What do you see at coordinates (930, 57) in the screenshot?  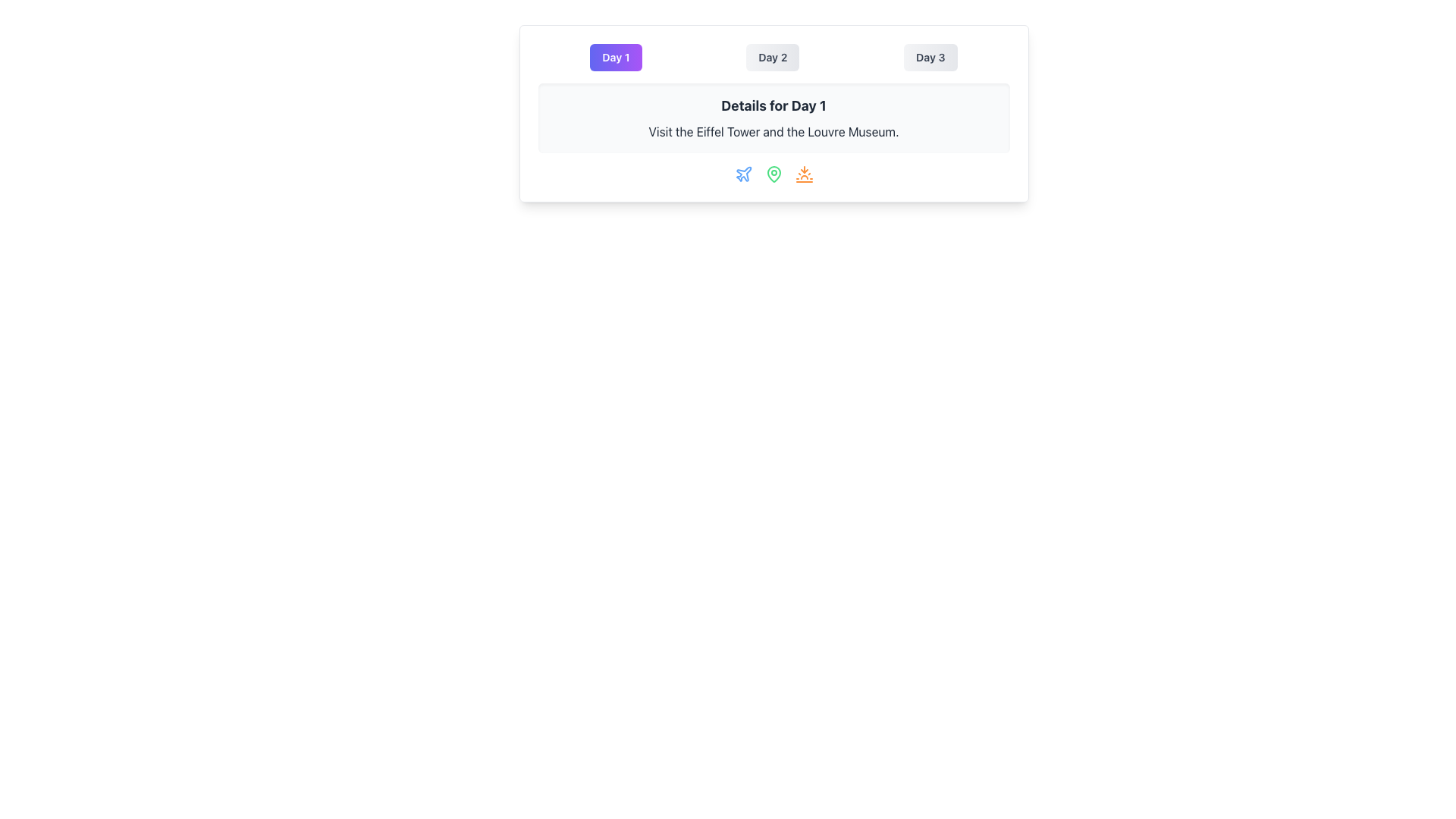 I see `the 'Day 3' button, which is the third button in a horizontal arrangement of buttons labeled 'Day 1', 'Day 2', and 'Day 3', located at the right end of the group` at bounding box center [930, 57].